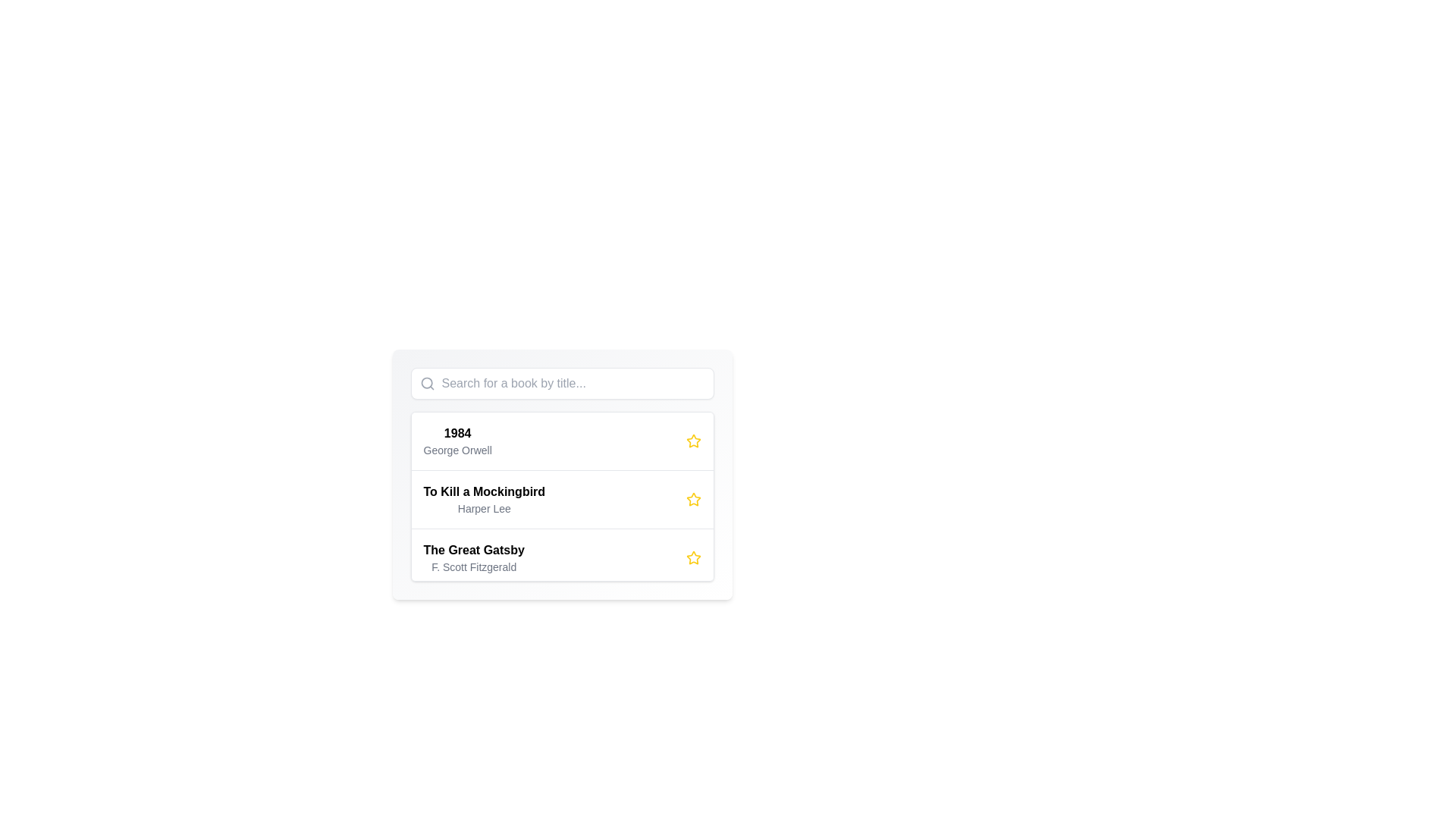  What do you see at coordinates (426, 382) in the screenshot?
I see `the search icon element, which is a gray magnifying glass located inside the input field on the left side next to the placeholder text 'Search for a book by title...'` at bounding box center [426, 382].